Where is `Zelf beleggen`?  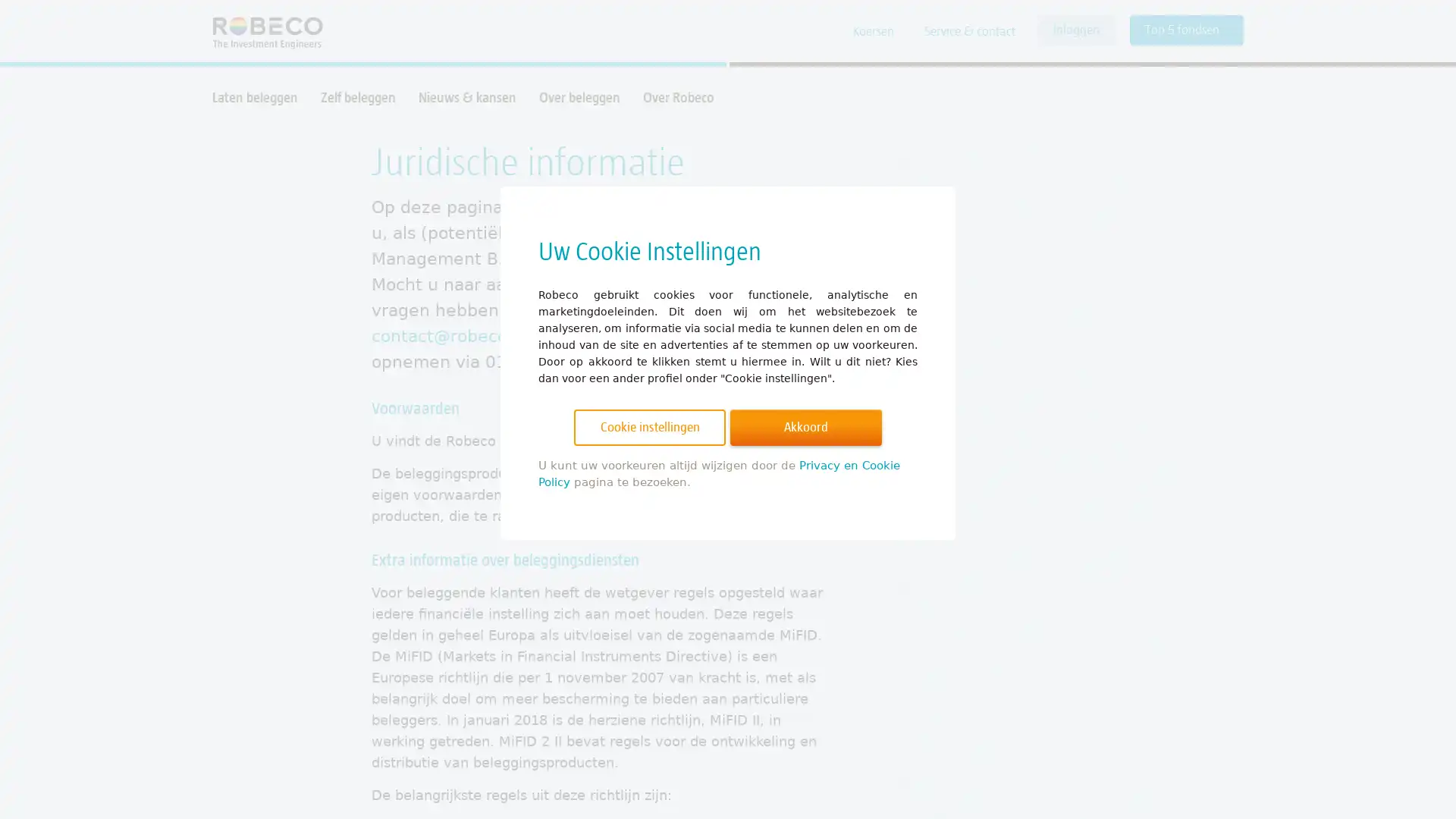 Zelf beleggen is located at coordinates (357, 97).